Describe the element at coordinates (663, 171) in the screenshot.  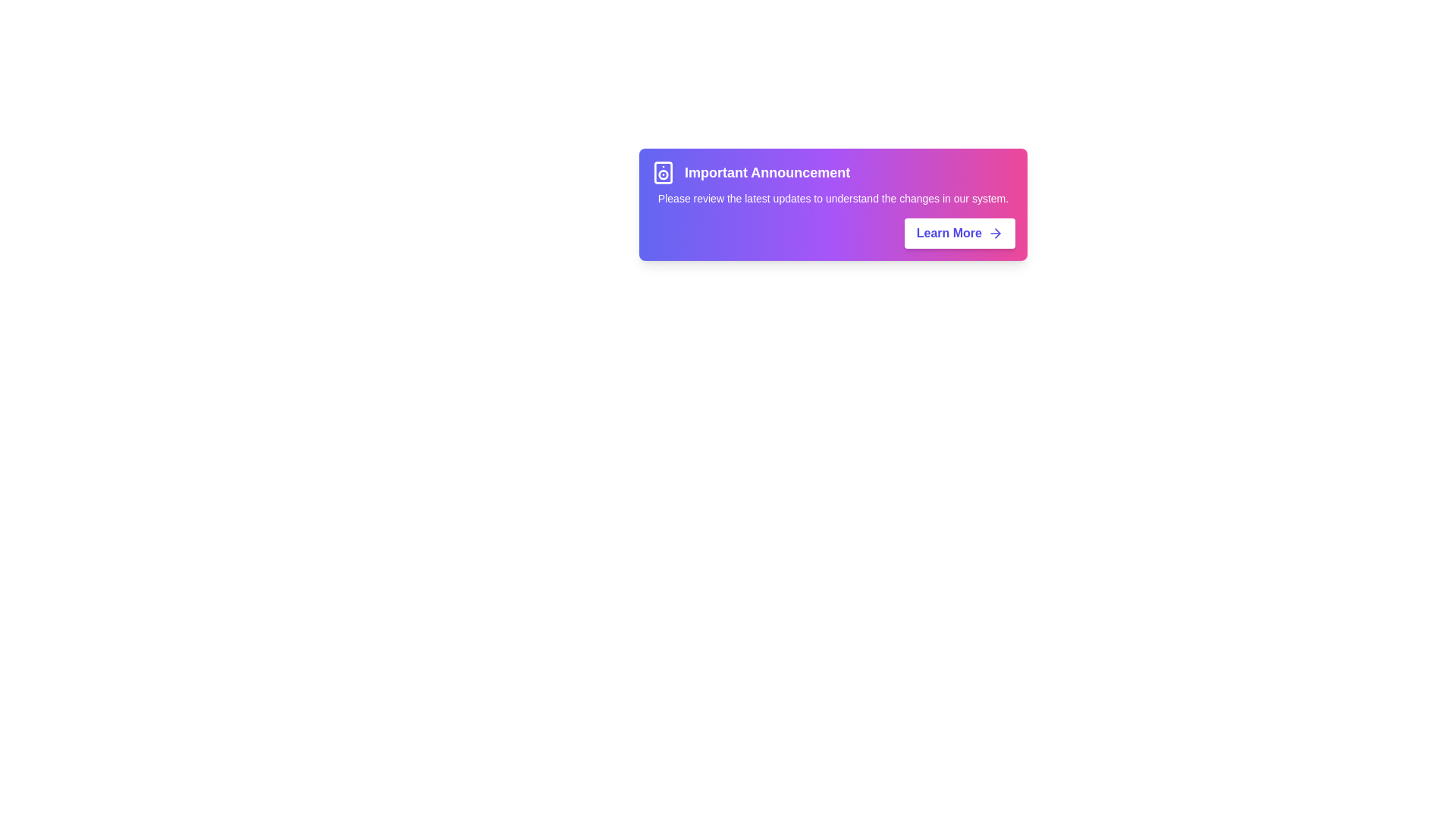
I see `the 'Speaker' icon` at that location.